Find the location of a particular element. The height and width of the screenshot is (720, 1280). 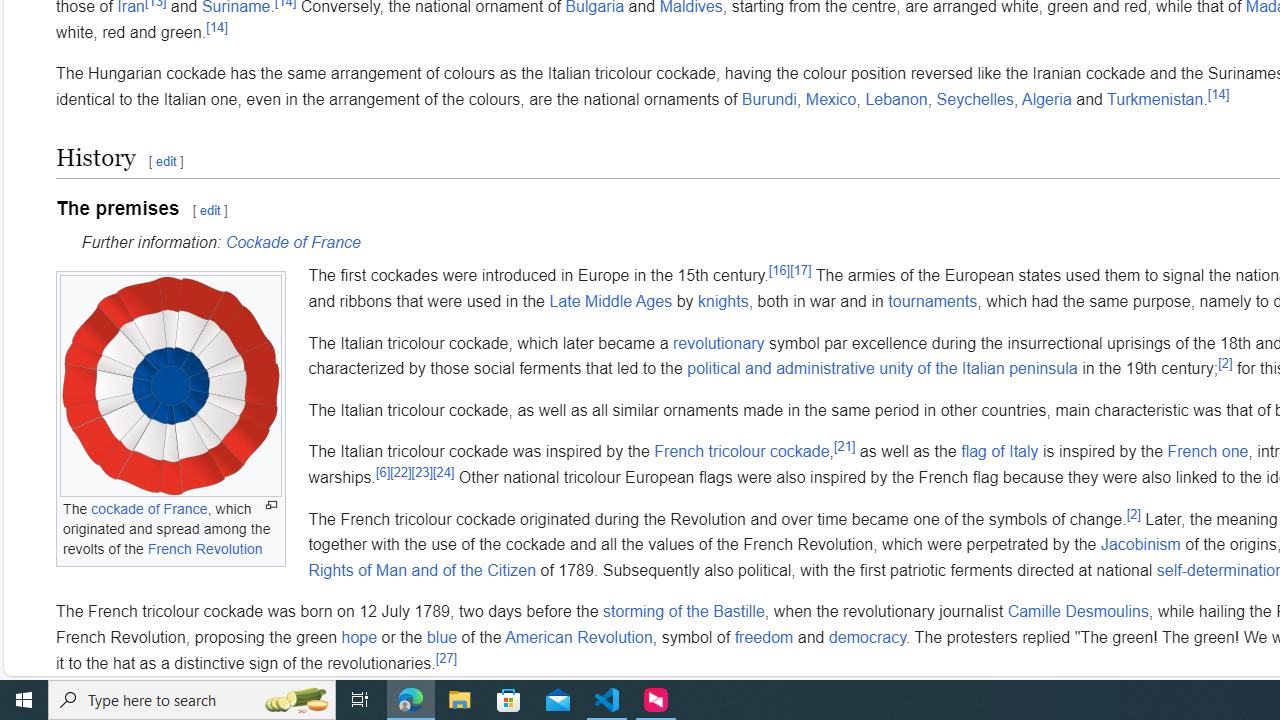

'[24]' is located at coordinates (442, 471).